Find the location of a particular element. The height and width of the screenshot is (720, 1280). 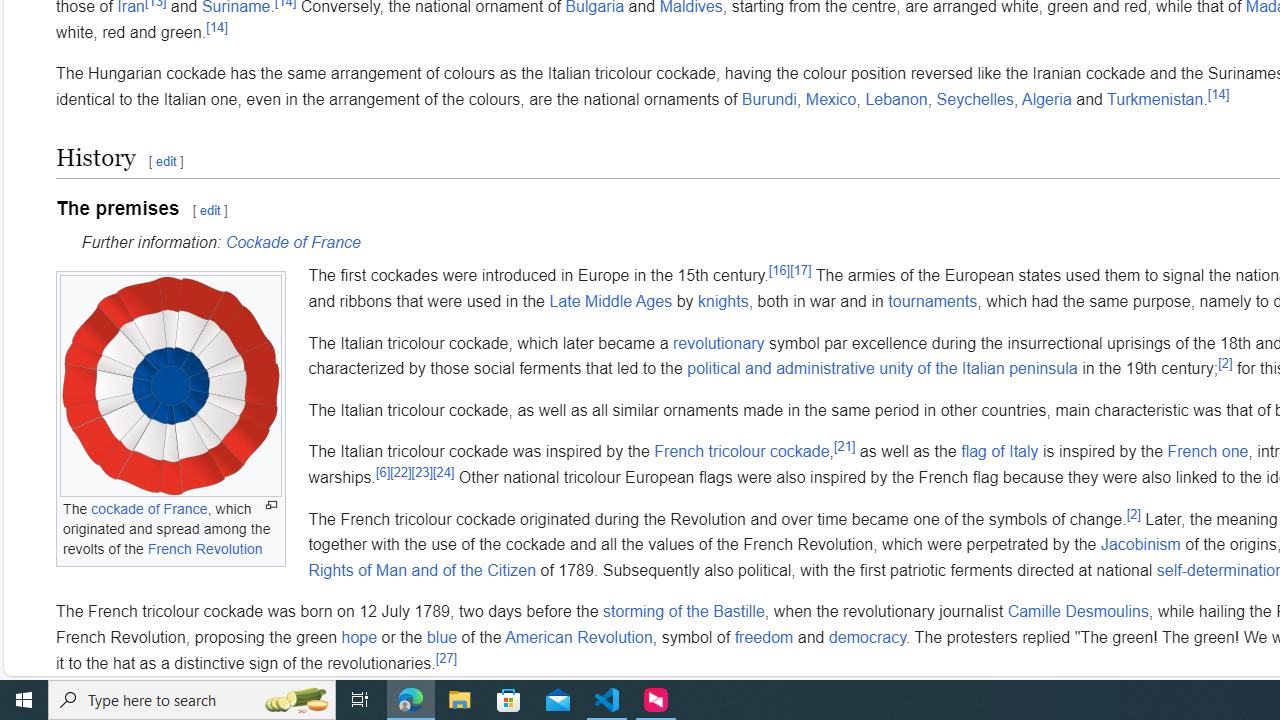

'[24]' is located at coordinates (442, 471).